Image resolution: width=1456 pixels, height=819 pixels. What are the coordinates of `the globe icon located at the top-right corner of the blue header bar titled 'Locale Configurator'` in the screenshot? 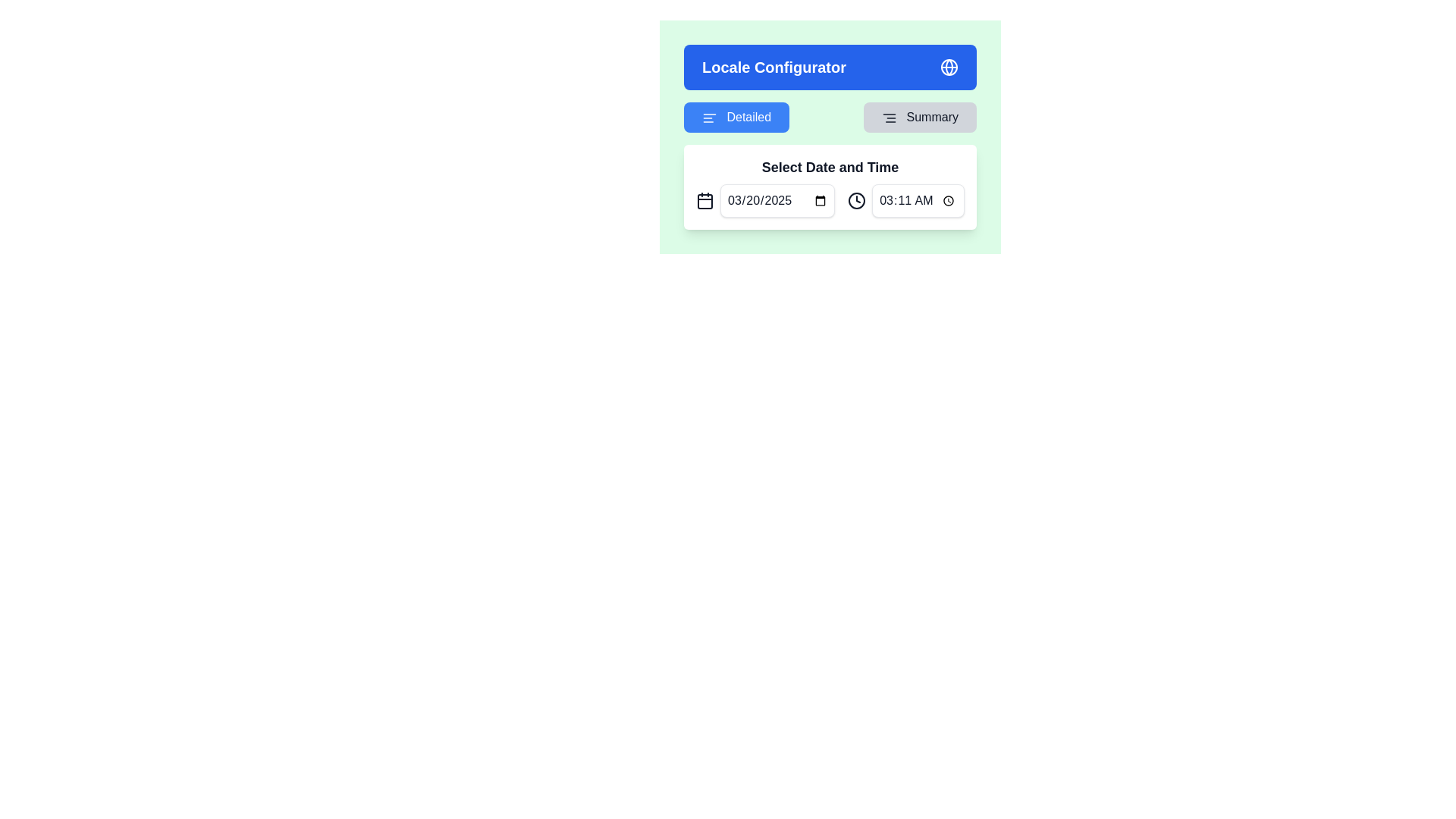 It's located at (949, 66).